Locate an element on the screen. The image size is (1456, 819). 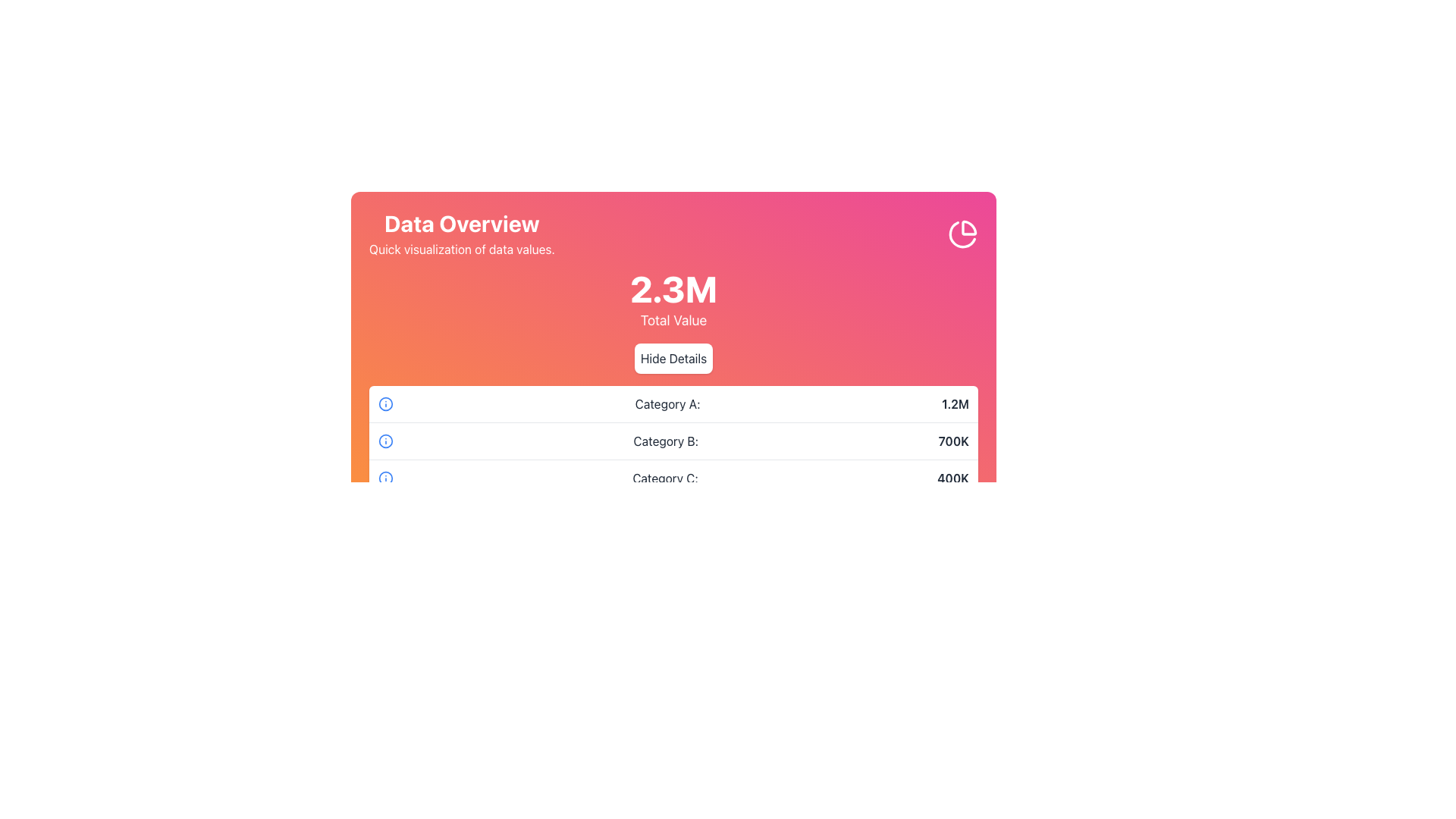
the third row of the data overview table that displays the label 'Category C:' and the numeric summary '400K'. This row is the bottom-most entry in the table structure is located at coordinates (673, 478).